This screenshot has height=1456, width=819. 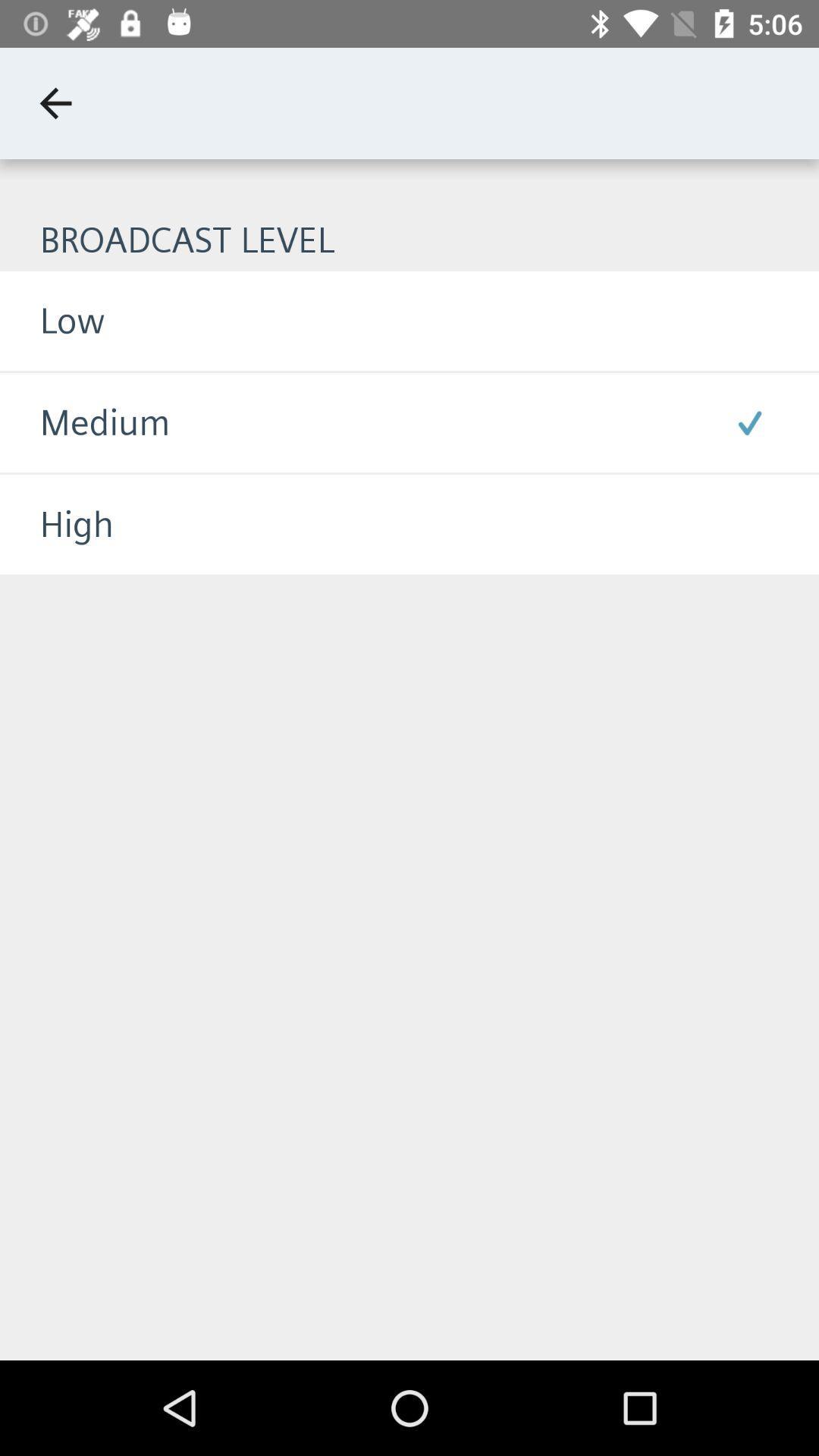 I want to click on the low item, so click(x=52, y=320).